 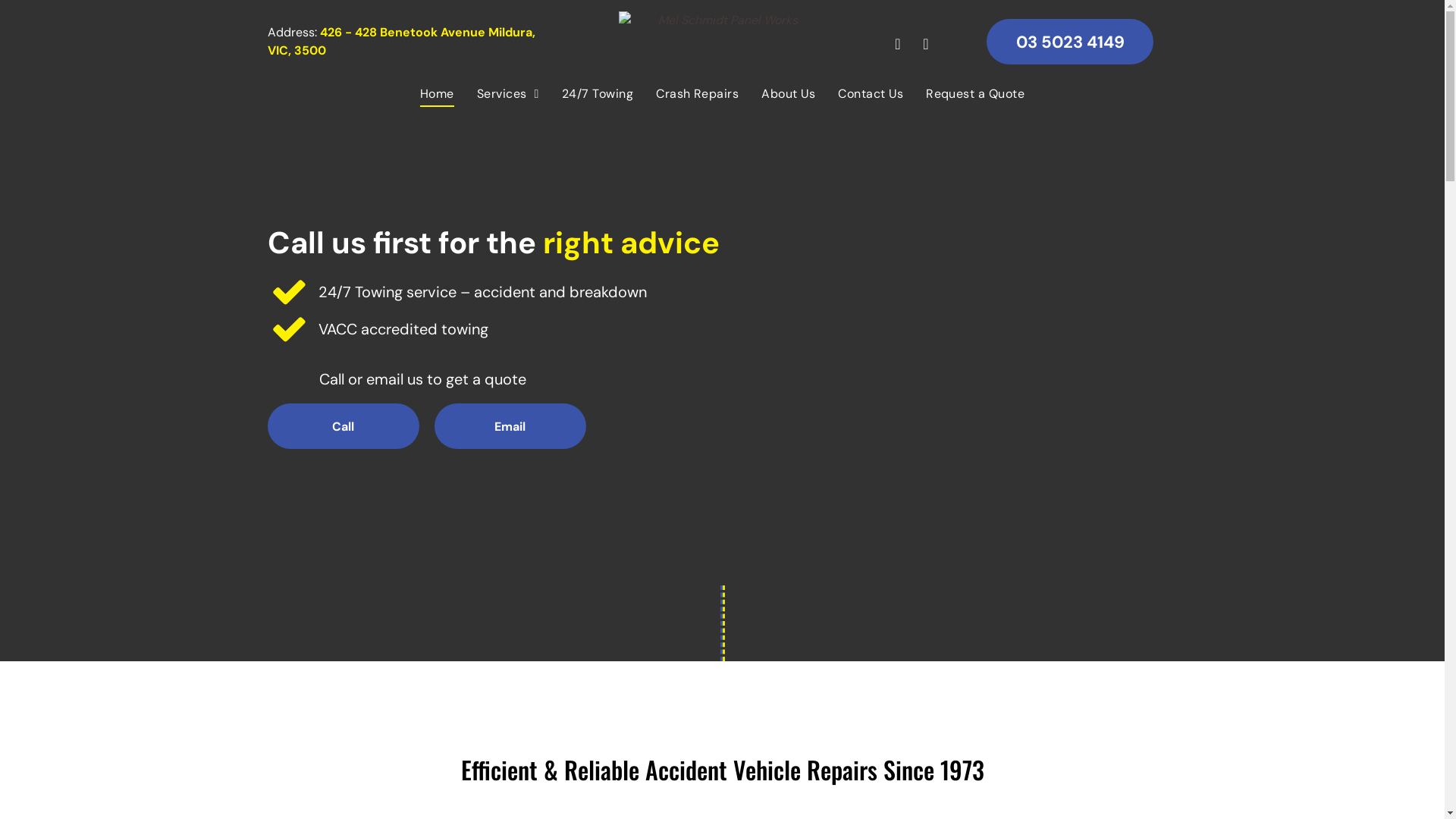 What do you see at coordinates (596, 93) in the screenshot?
I see `'24/7 Towing'` at bounding box center [596, 93].